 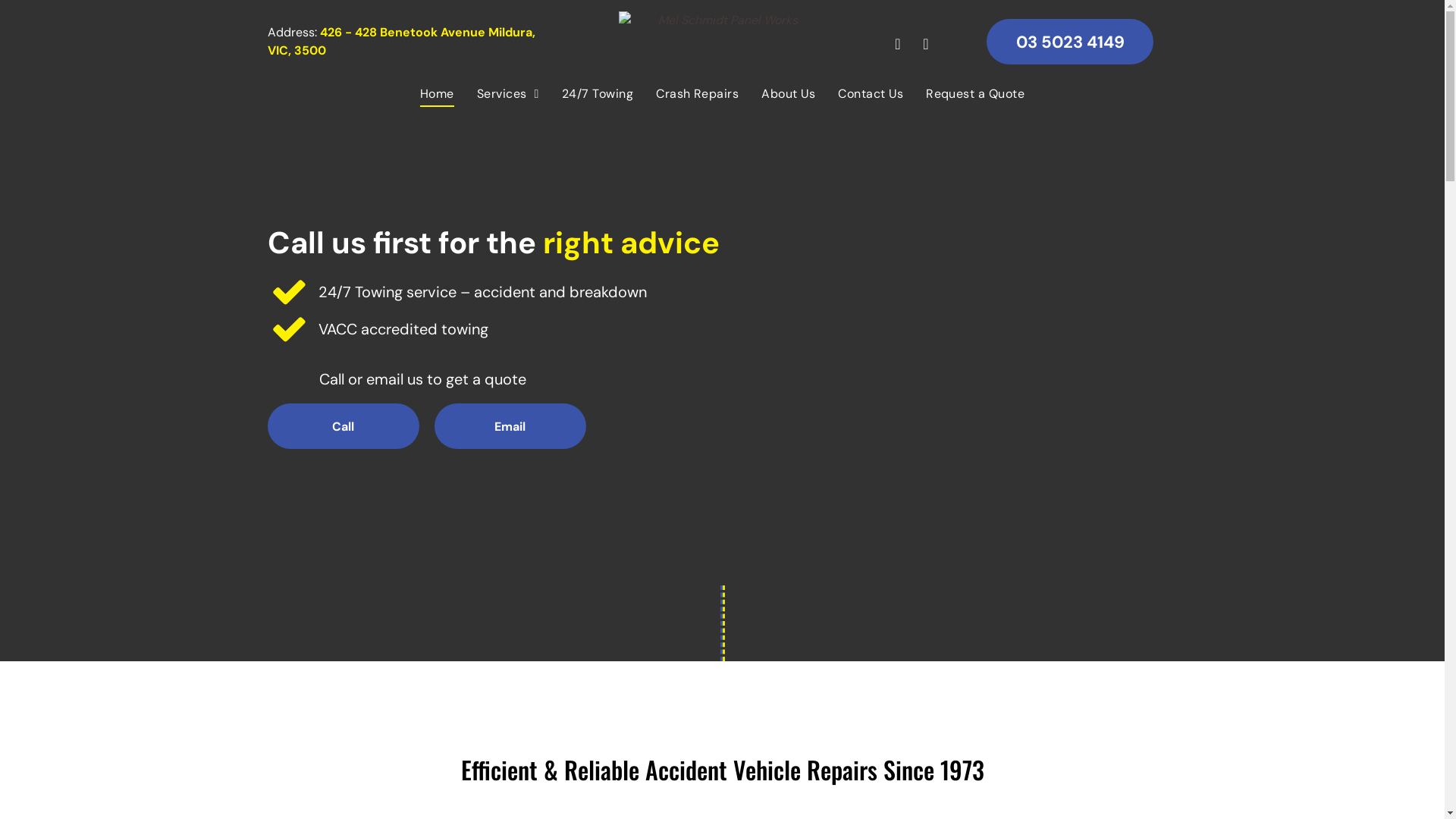 What do you see at coordinates (596, 93) in the screenshot?
I see `'24/7 Towing'` at bounding box center [596, 93].